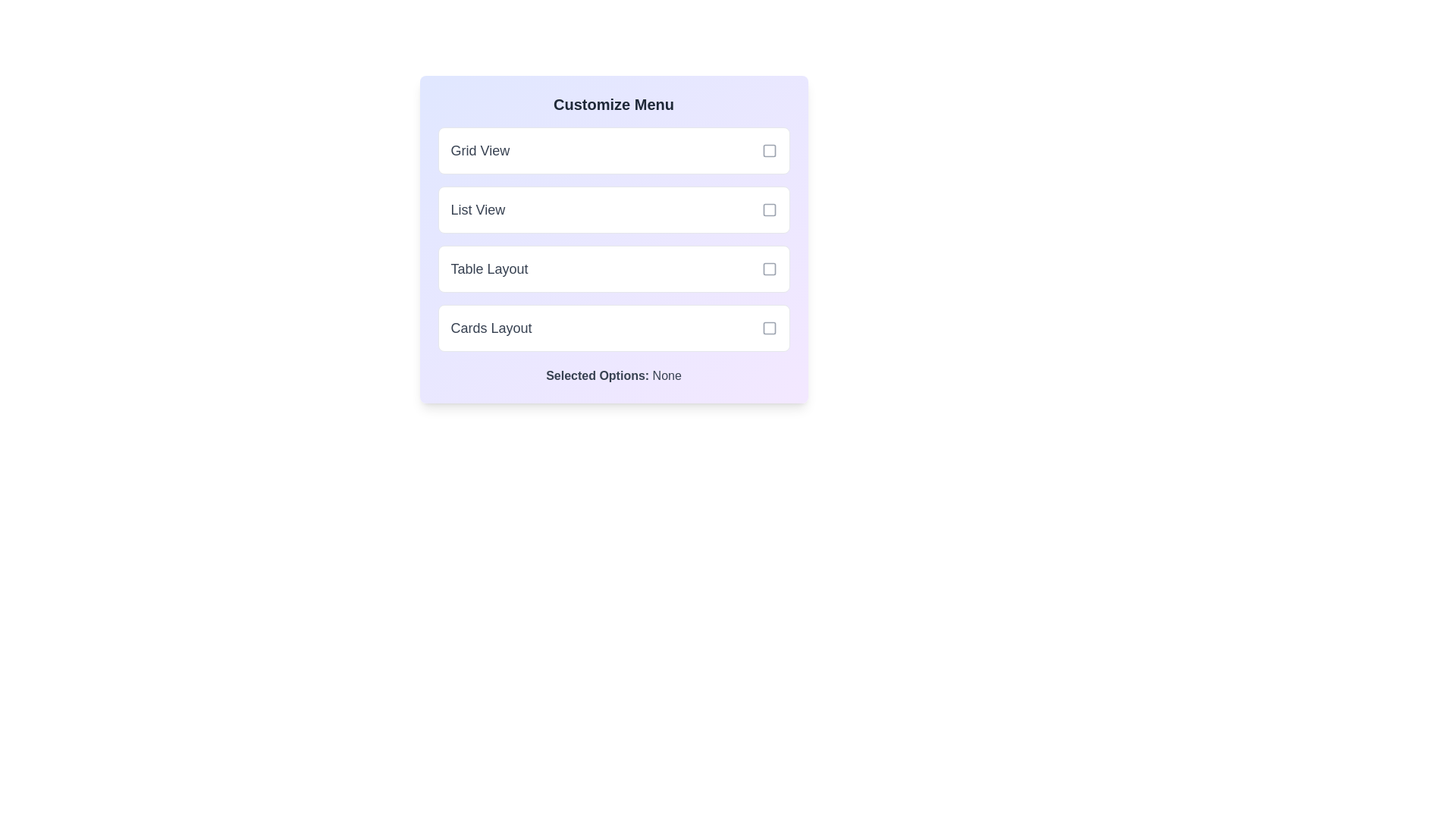  Describe the element at coordinates (769, 210) in the screenshot. I see `the square-shaped icon styled with a thin border and light gray color, located in the 'List View' row, which is the second option in the 'Customize Menu'` at that location.